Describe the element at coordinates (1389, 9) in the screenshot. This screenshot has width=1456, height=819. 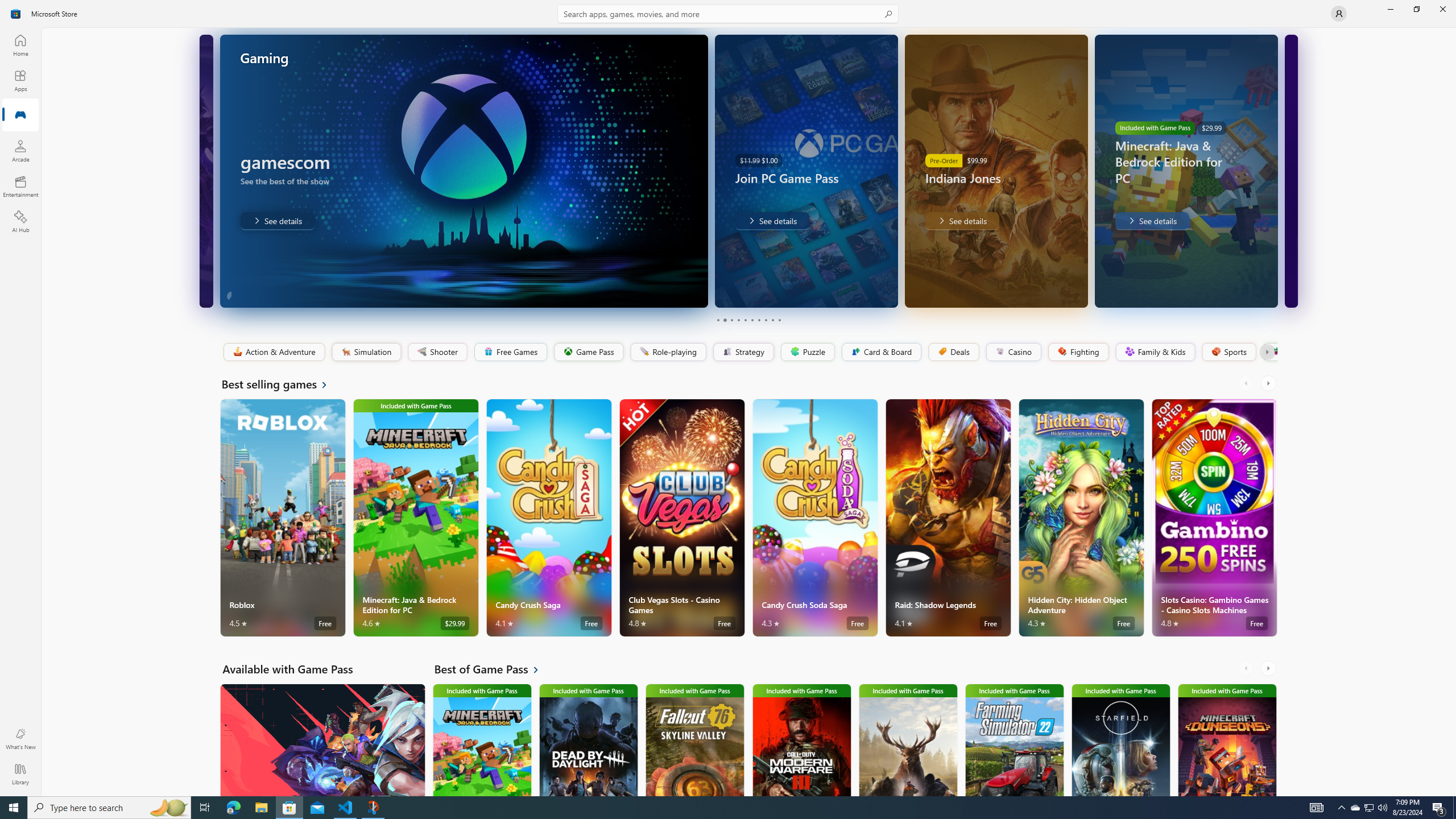
I see `'Minimize Microsoft Store'` at that location.